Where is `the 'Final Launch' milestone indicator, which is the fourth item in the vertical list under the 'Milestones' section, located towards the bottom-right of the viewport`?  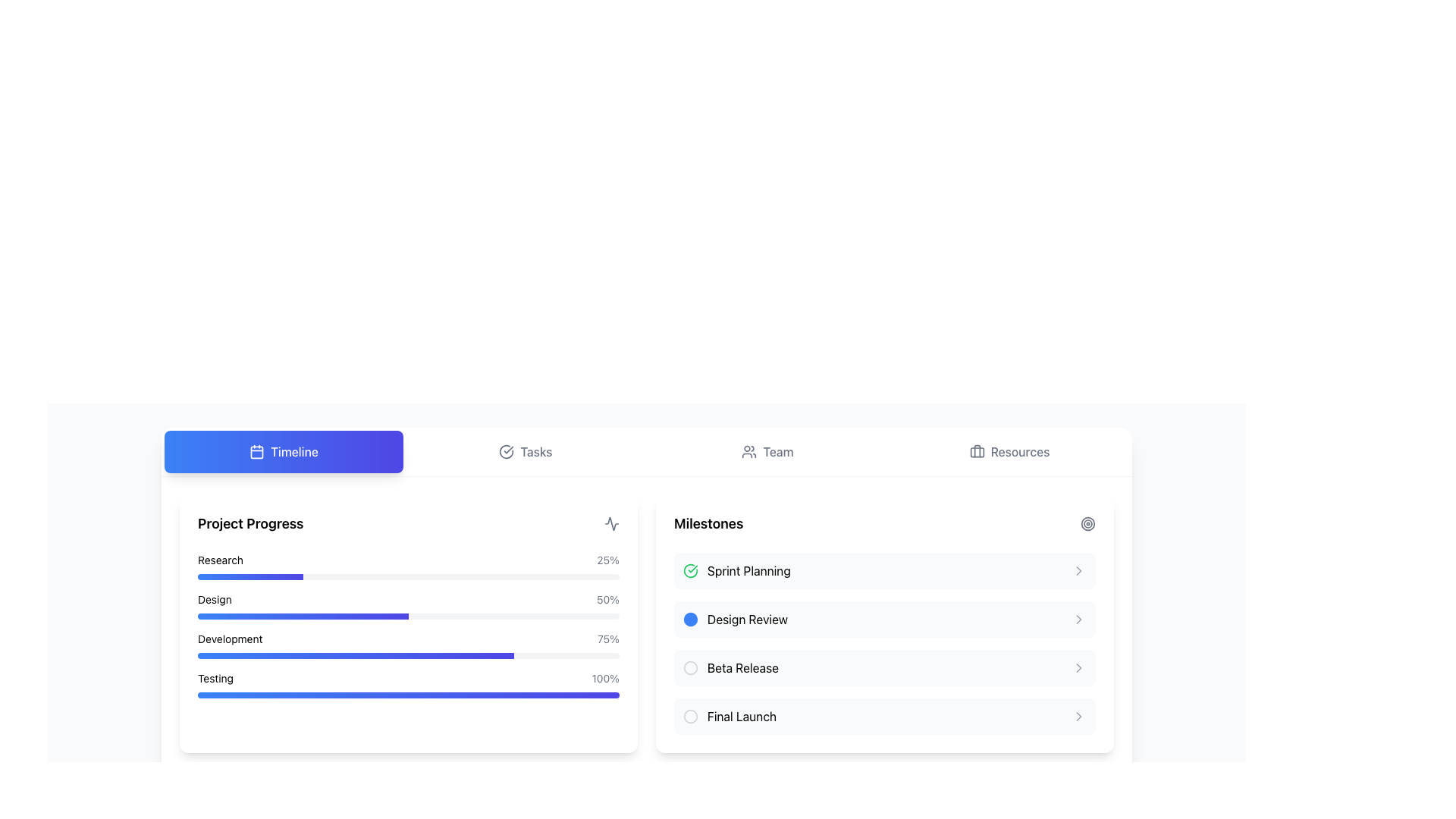 the 'Final Launch' milestone indicator, which is the fourth item in the vertical list under the 'Milestones' section, located towards the bottom-right of the viewport is located at coordinates (730, 717).